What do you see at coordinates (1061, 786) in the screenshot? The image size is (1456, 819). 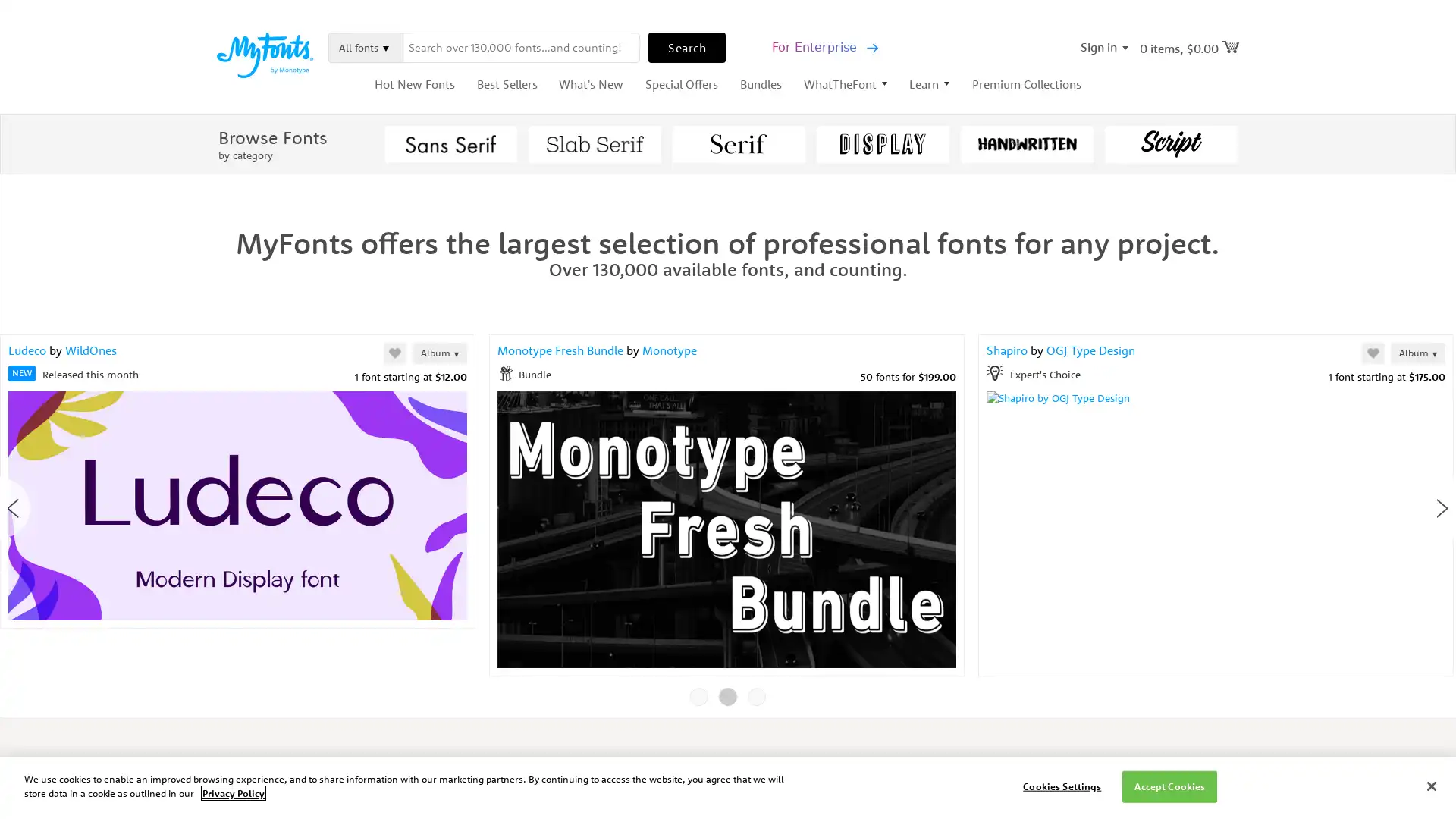 I see `Cookies Settings` at bounding box center [1061, 786].